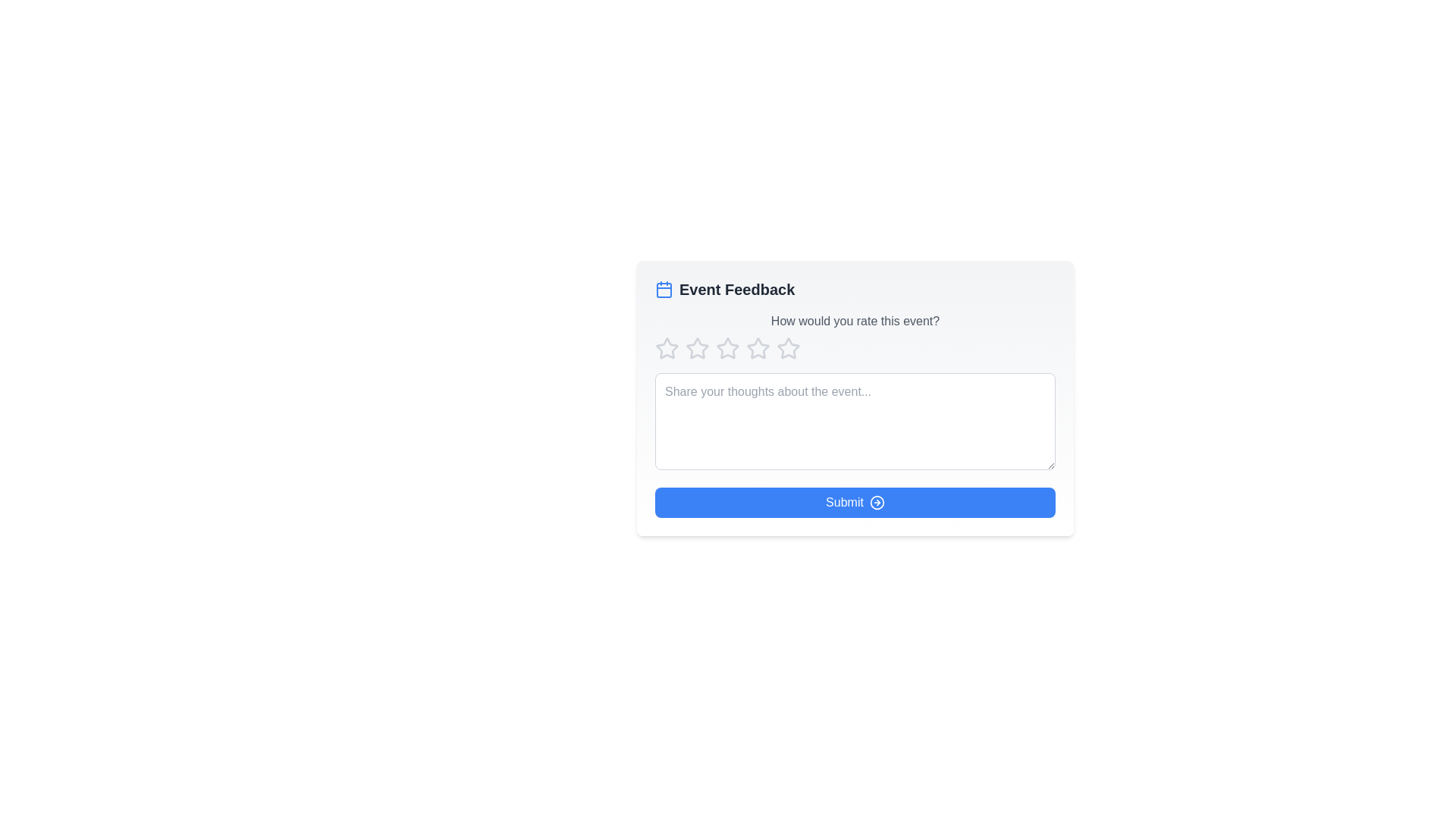 The image size is (1456, 819). Describe the element at coordinates (667, 348) in the screenshot. I see `the first star icon for rating, which is a light gray outlined star located beneath the 'How would you rate this event?' text` at that location.